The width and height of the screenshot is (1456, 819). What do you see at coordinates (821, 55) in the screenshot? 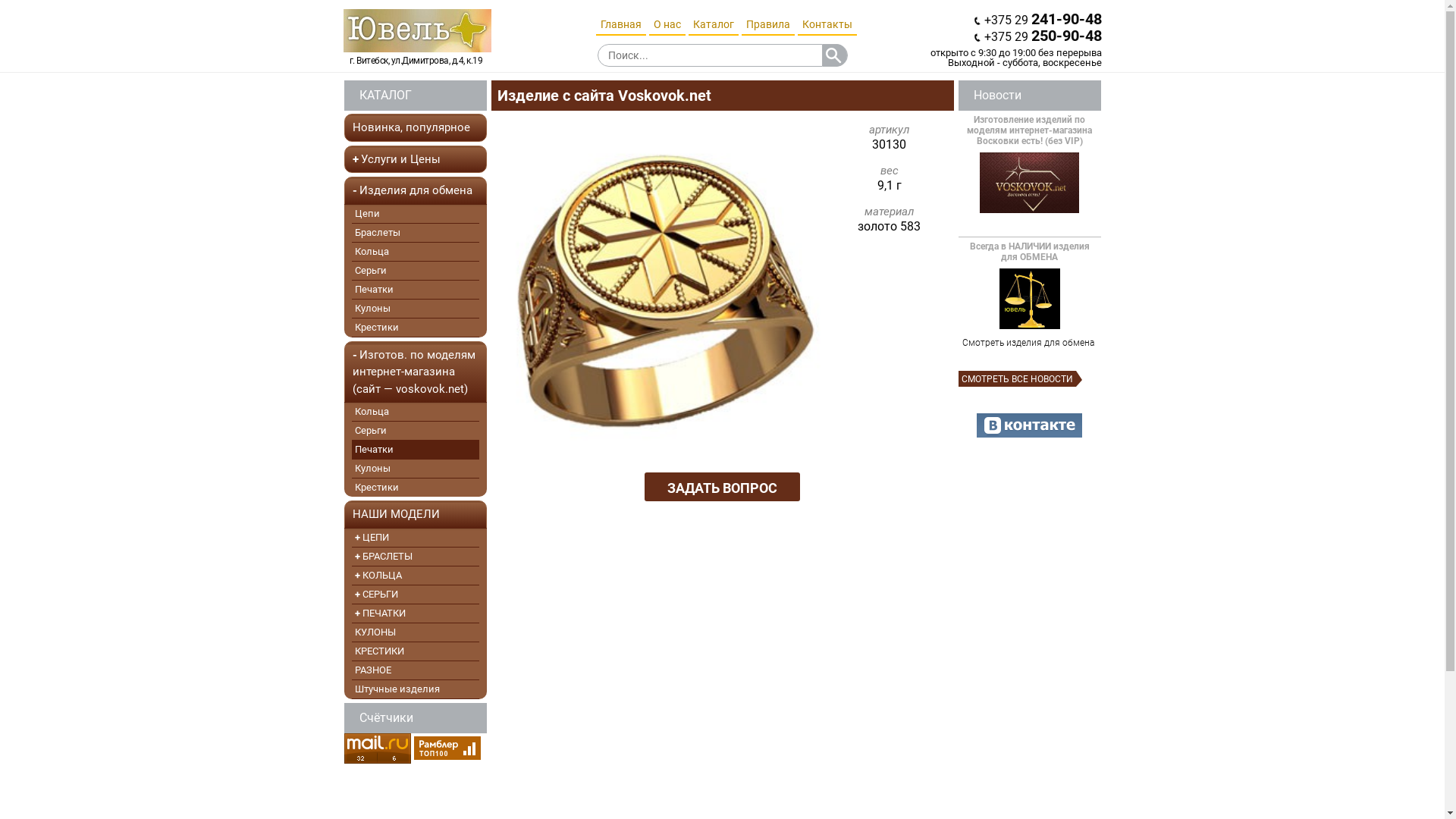
I see `'GO'` at bounding box center [821, 55].